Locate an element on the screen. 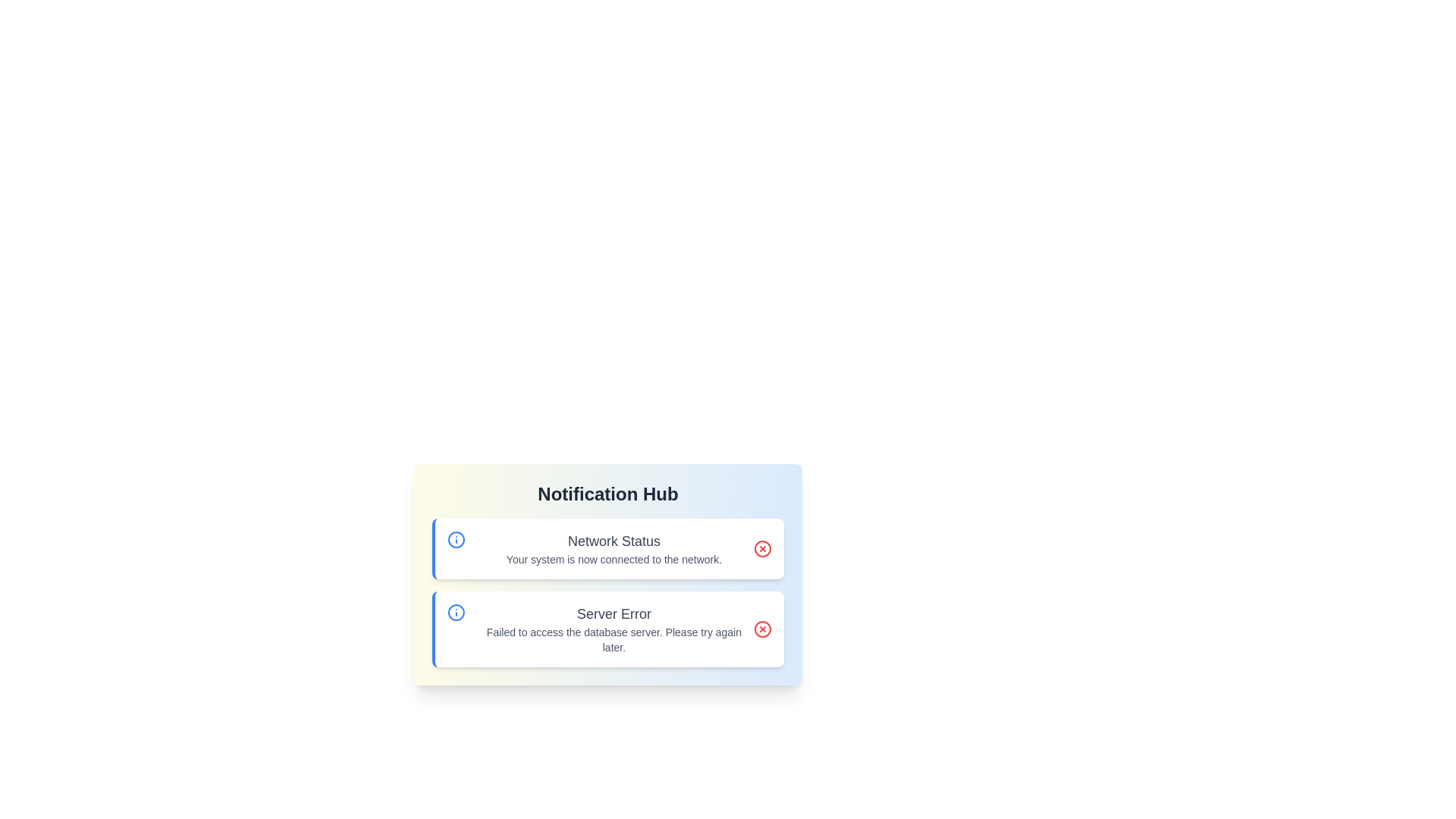 The width and height of the screenshot is (1456, 819). the notification text titled 'Network Status' is located at coordinates (614, 549).